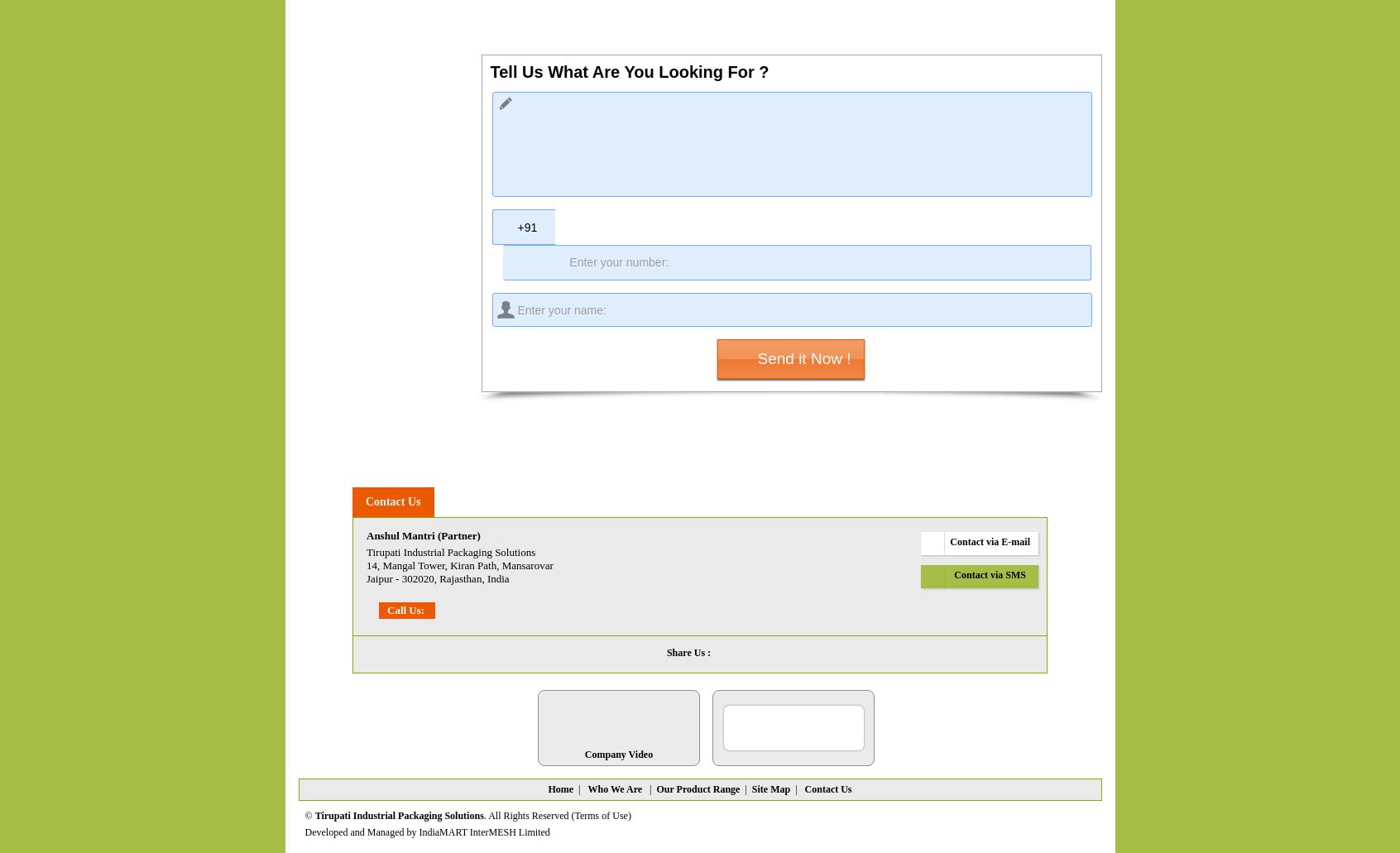 Image resolution: width=1400 pixels, height=853 pixels. What do you see at coordinates (423, 535) in the screenshot?
I see `'Anshul Mantri (Partner)'` at bounding box center [423, 535].